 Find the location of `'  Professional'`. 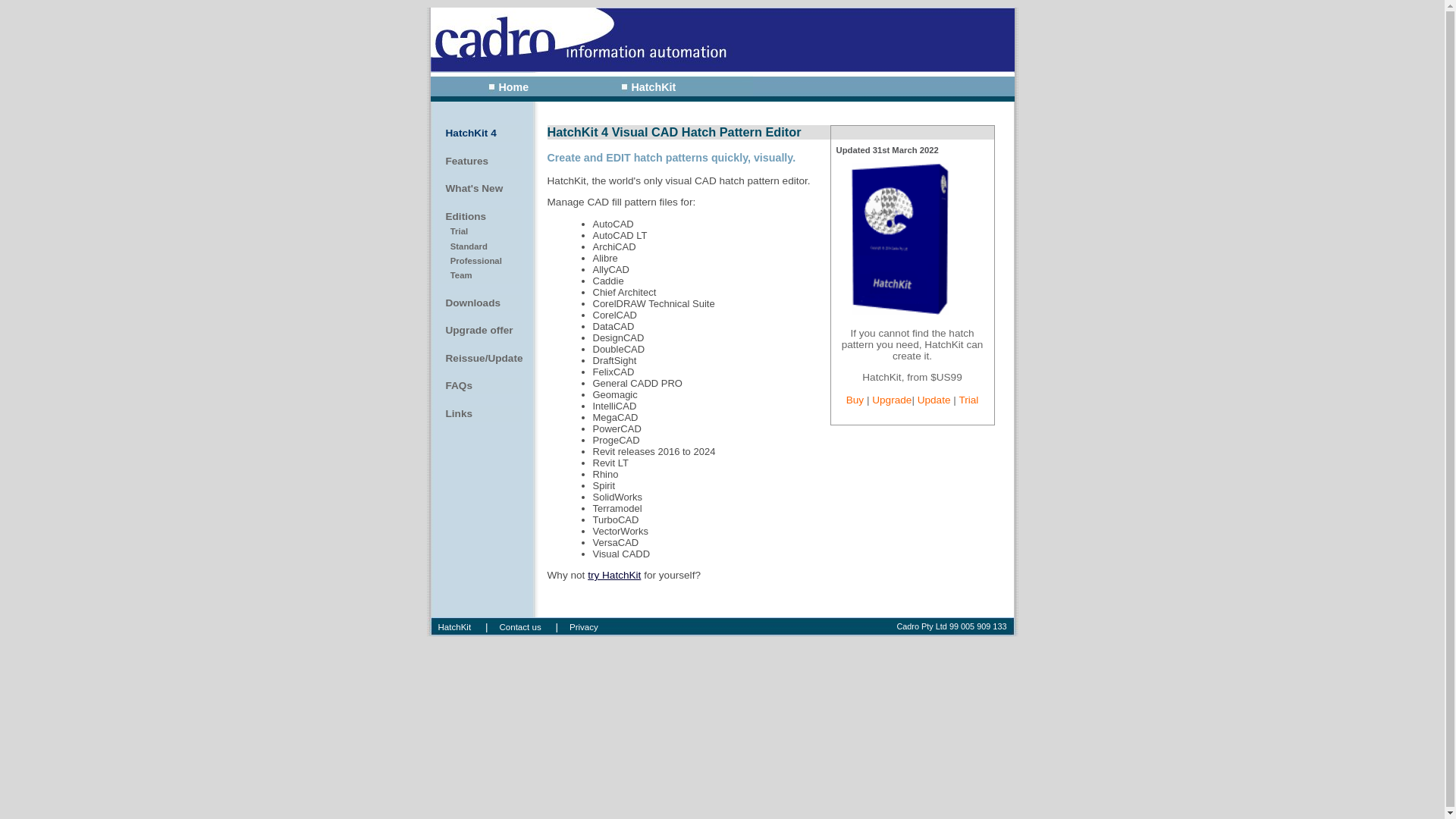

'  Professional' is located at coordinates (479, 260).